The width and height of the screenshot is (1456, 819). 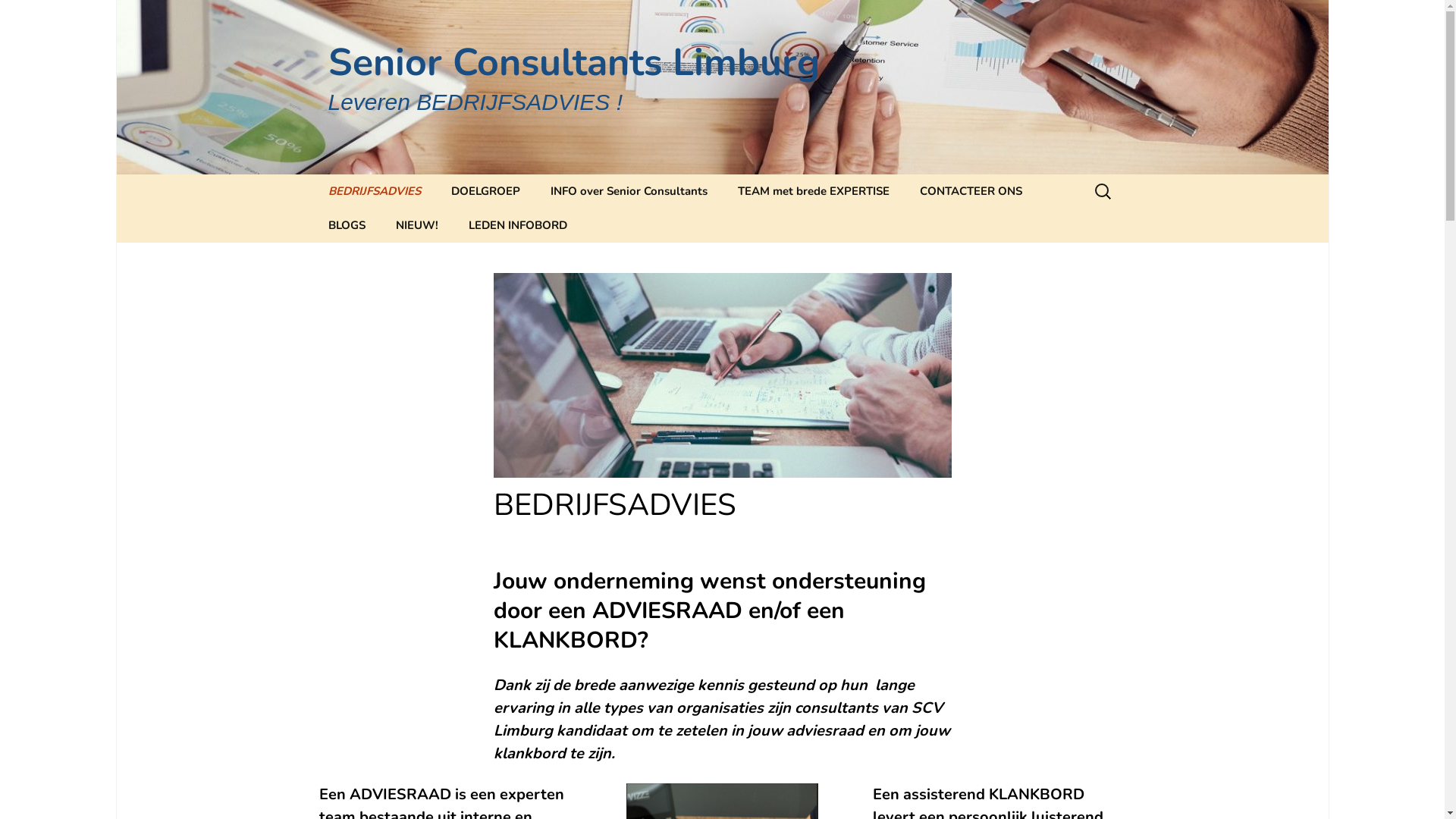 What do you see at coordinates (969, 190) in the screenshot?
I see `'CONTACTEER ONS'` at bounding box center [969, 190].